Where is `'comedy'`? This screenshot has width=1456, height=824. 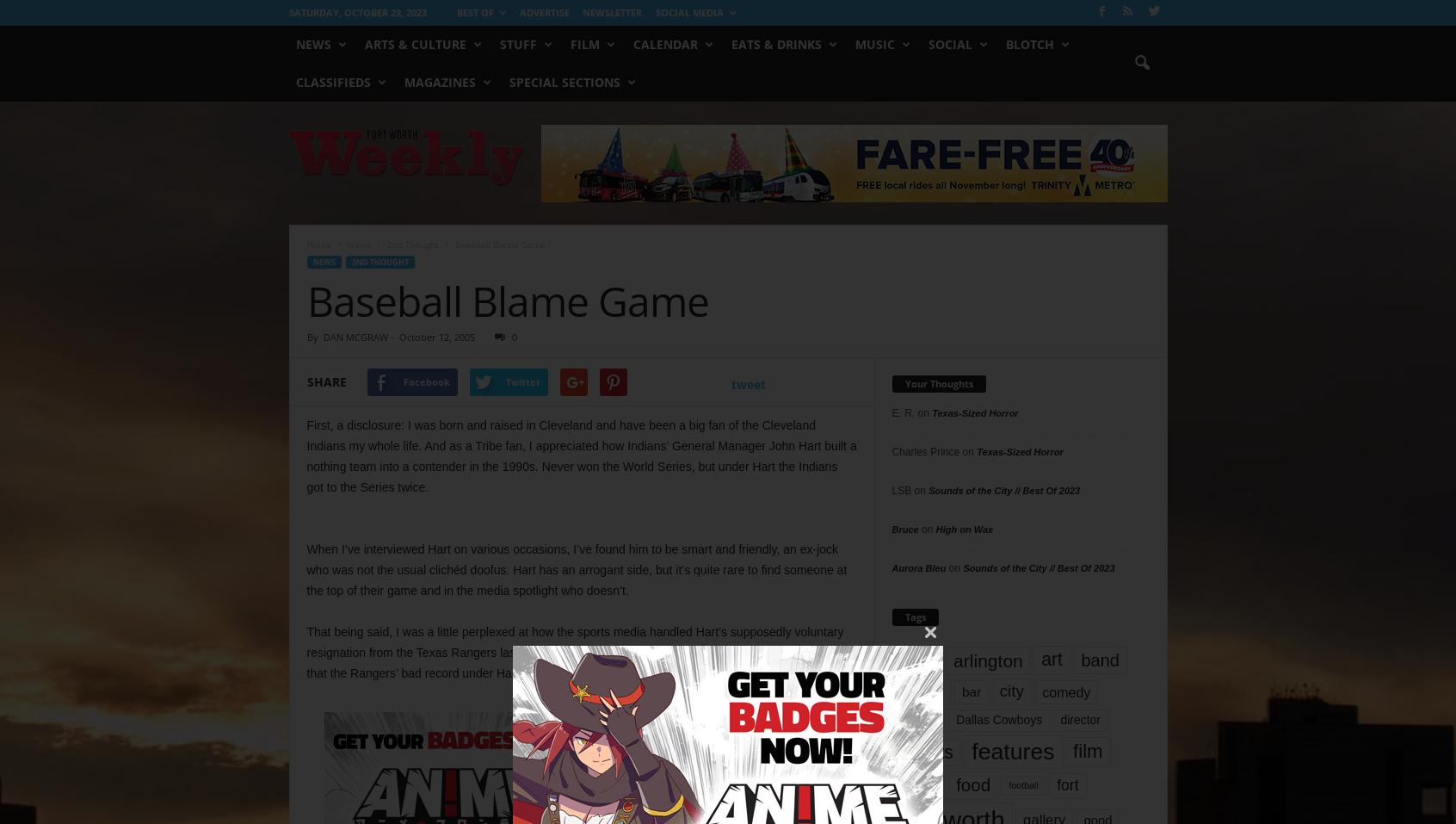 'comedy' is located at coordinates (1066, 691).